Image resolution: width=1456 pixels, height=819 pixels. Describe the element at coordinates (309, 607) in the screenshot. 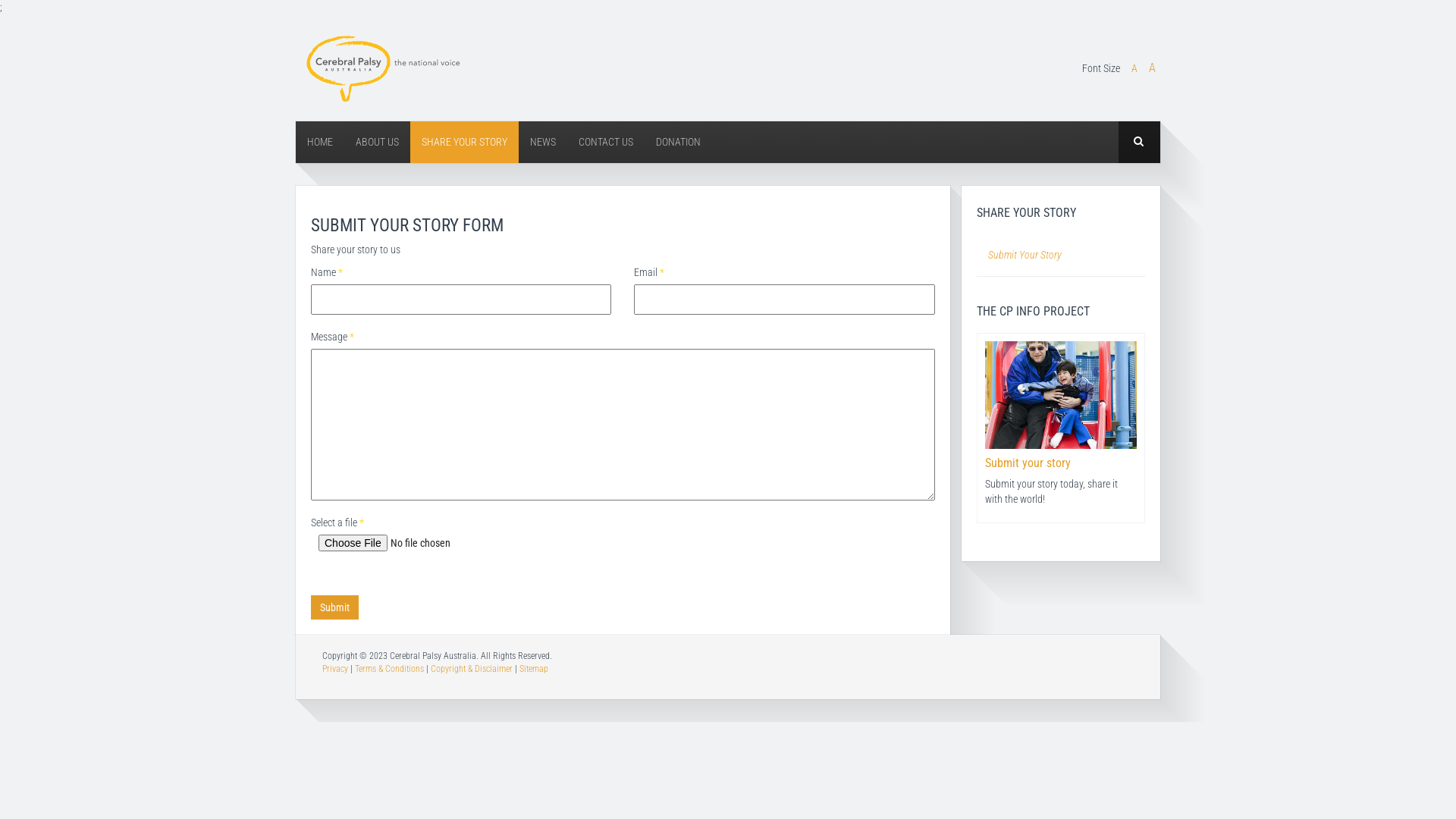

I see `'Submit'` at that location.